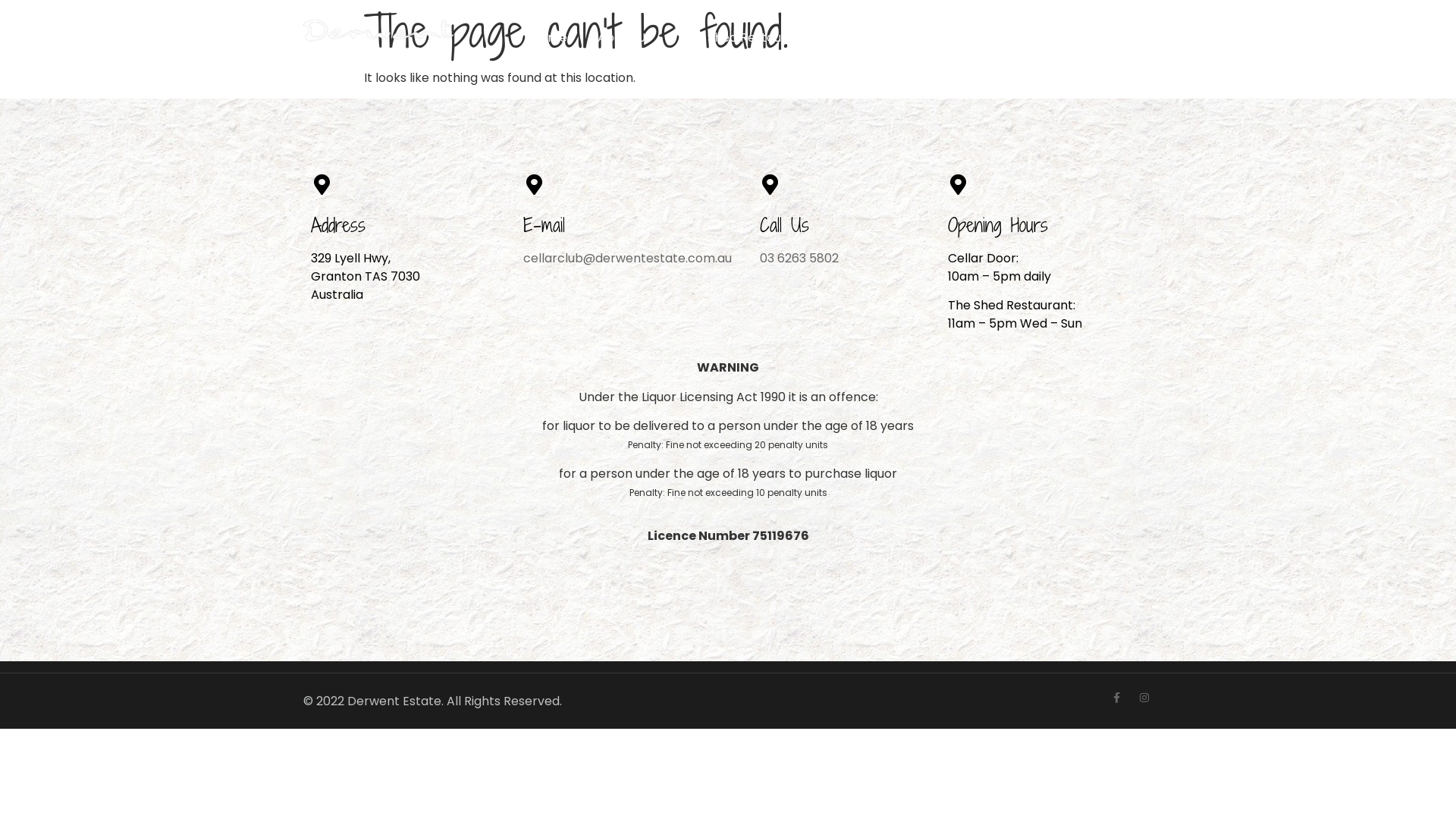 The width and height of the screenshot is (1456, 819). What do you see at coordinates (548, 37) in the screenshot?
I see `'Home'` at bounding box center [548, 37].